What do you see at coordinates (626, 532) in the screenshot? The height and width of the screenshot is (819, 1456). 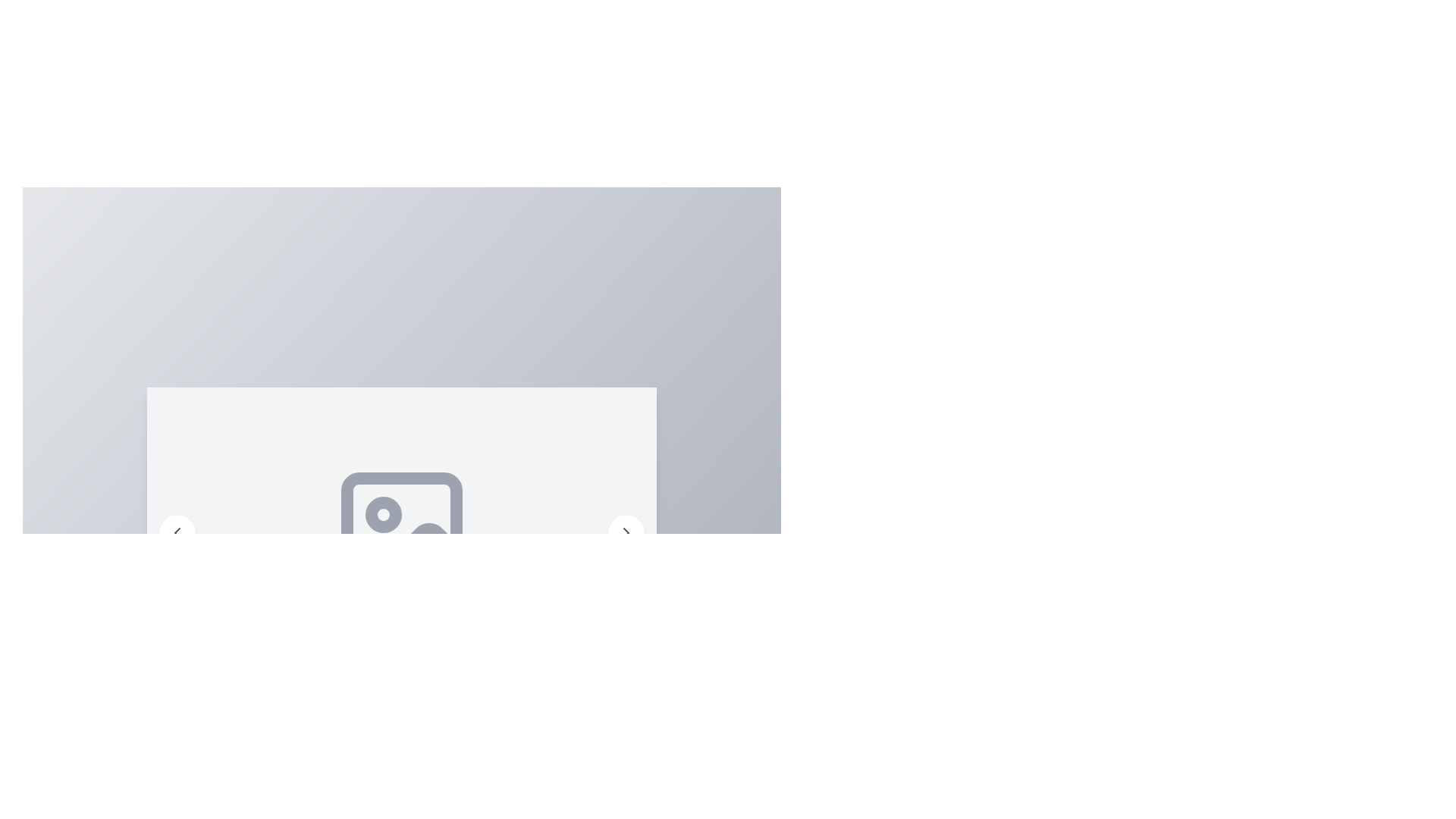 I see `the rightward-pointing chevron icon within the circular white button at the bottom-right corner of the interface` at bounding box center [626, 532].